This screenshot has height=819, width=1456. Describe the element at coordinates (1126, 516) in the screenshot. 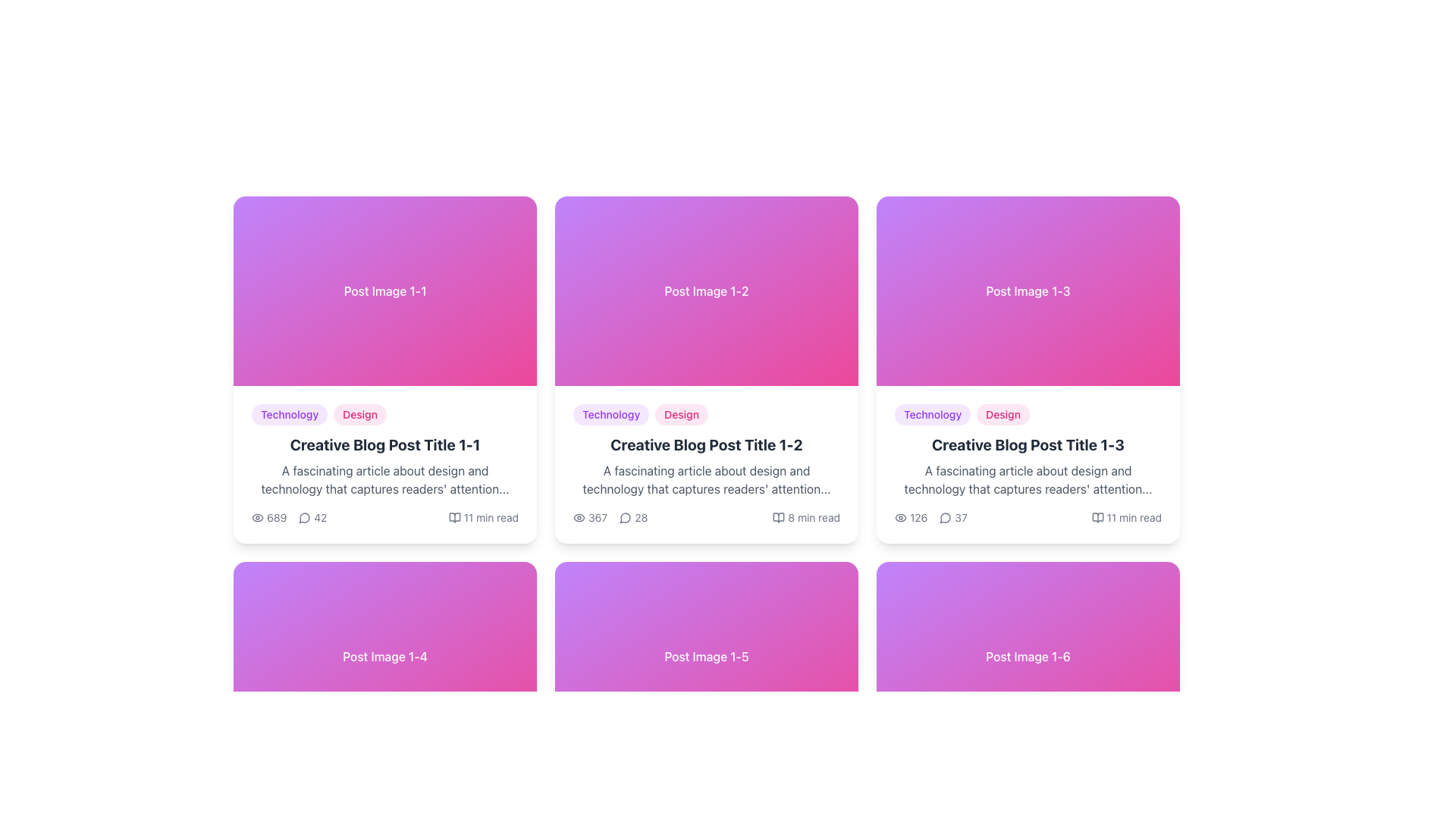

I see `the decorative text element that displays '11 min read' with an open book icon, located at the bottom right of the blog post card labeled 'Creative Blog Post Title 1-3'` at that location.